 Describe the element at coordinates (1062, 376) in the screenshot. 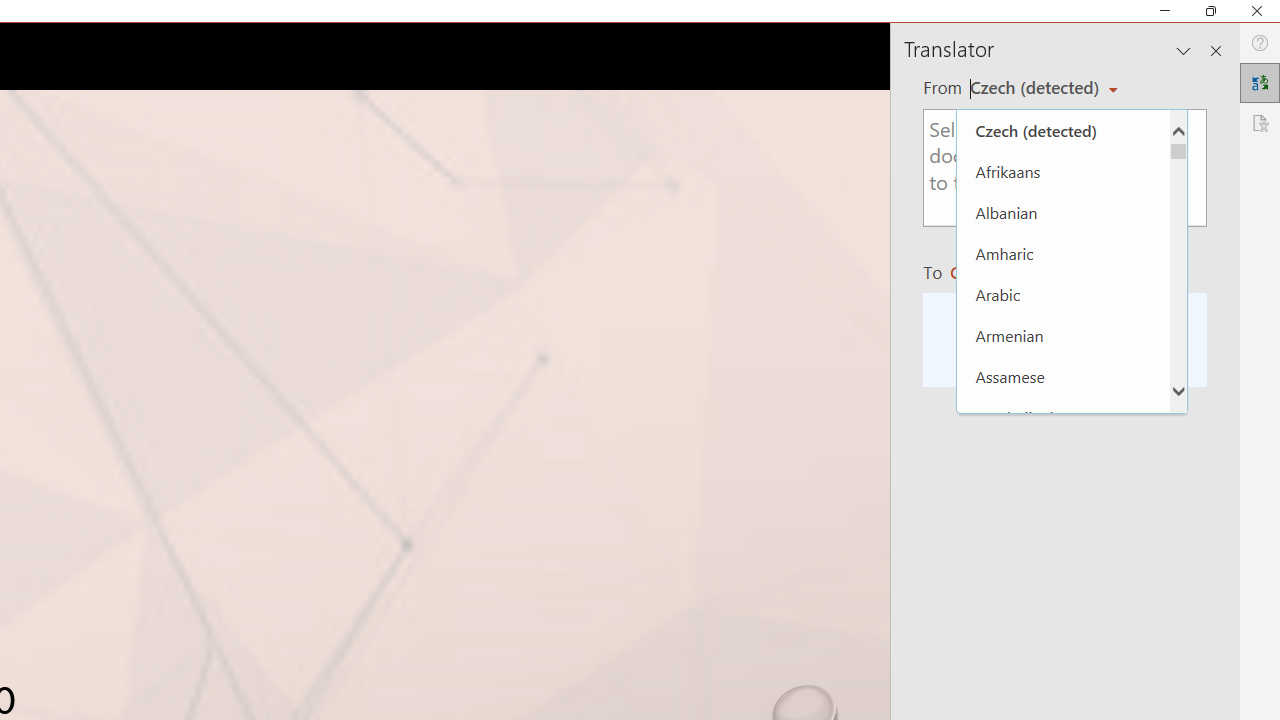

I see `'Assamese'` at that location.